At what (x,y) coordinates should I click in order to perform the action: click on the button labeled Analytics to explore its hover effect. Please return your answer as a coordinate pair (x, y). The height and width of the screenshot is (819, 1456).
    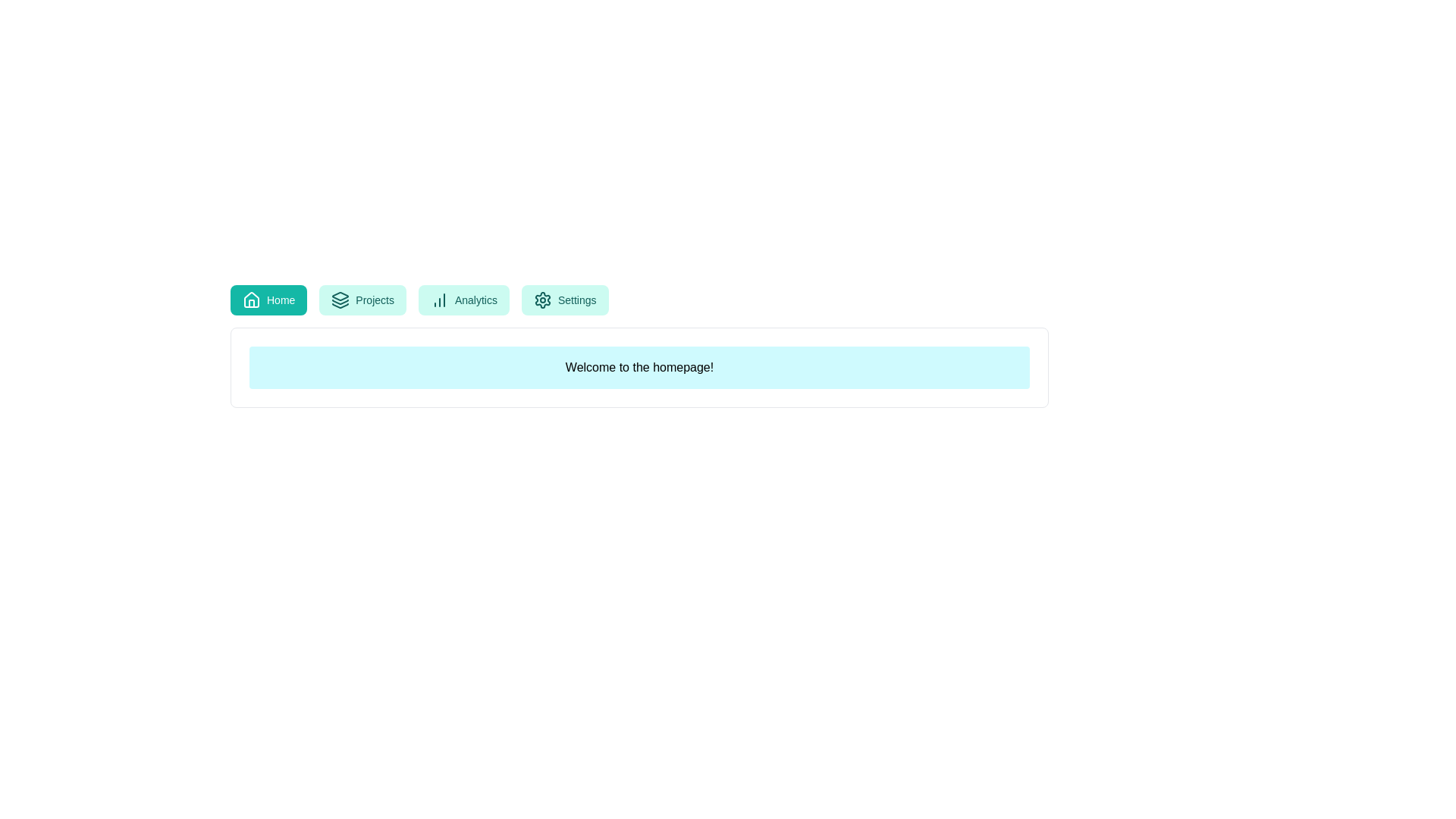
    Looking at the image, I should click on (463, 300).